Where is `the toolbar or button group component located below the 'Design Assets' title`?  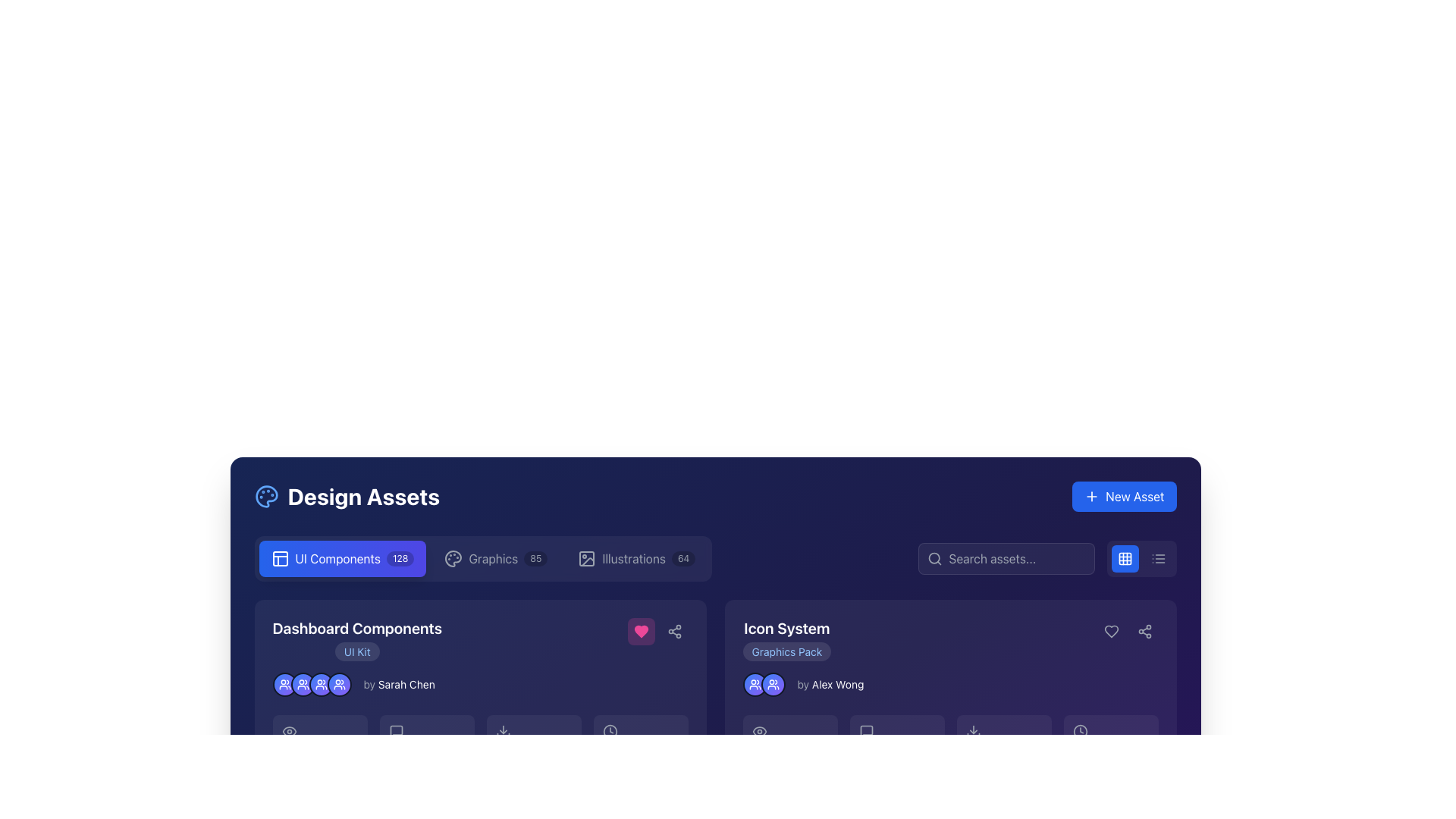
the toolbar or button group component located below the 'Design Assets' title is located at coordinates (482, 558).